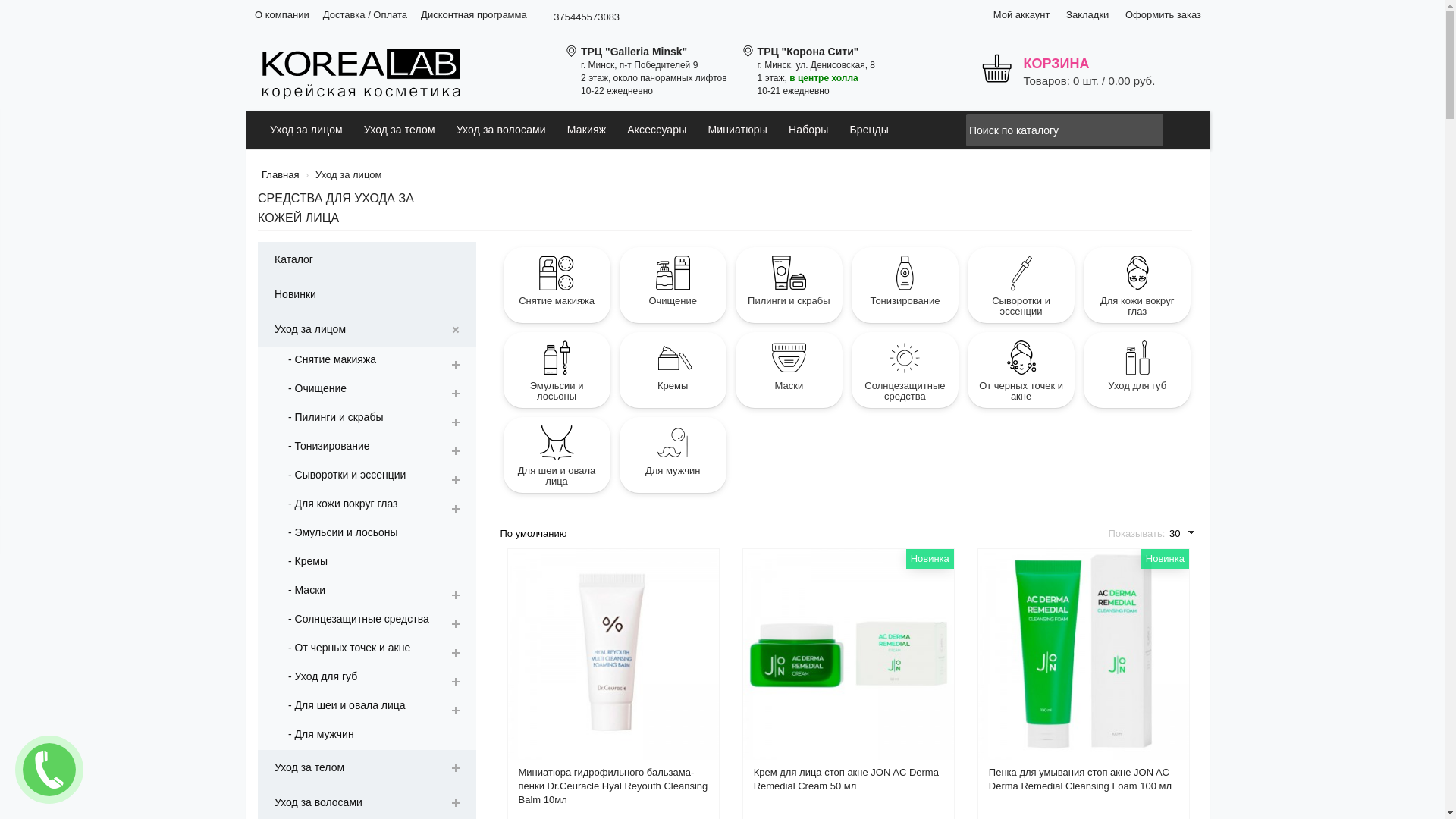 The image size is (1456, 819). Describe the element at coordinates (587, 17) in the screenshot. I see `'+375445573083'` at that location.